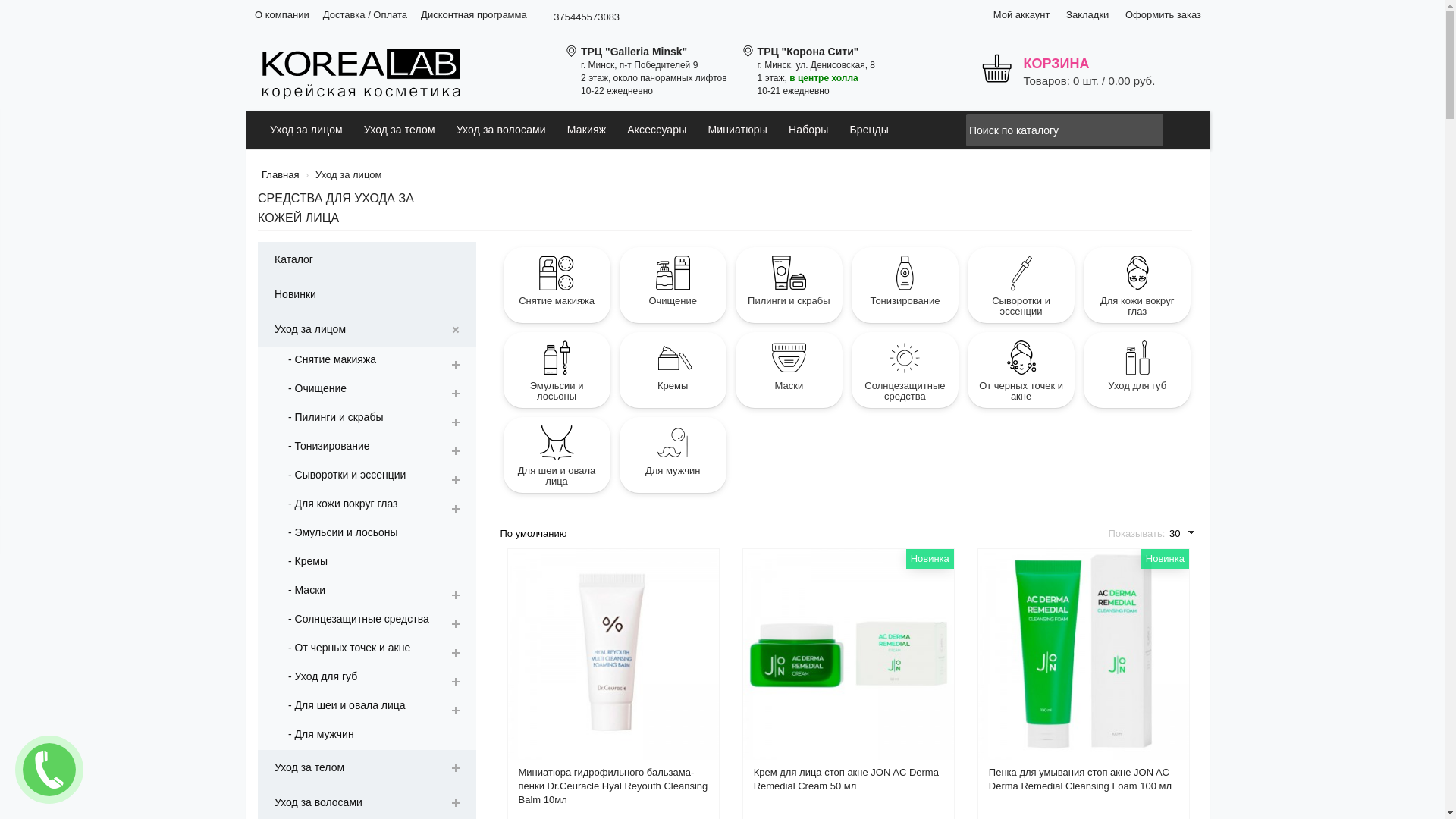 The image size is (1456, 819). Describe the element at coordinates (587, 17) in the screenshot. I see `'+375445573083'` at that location.